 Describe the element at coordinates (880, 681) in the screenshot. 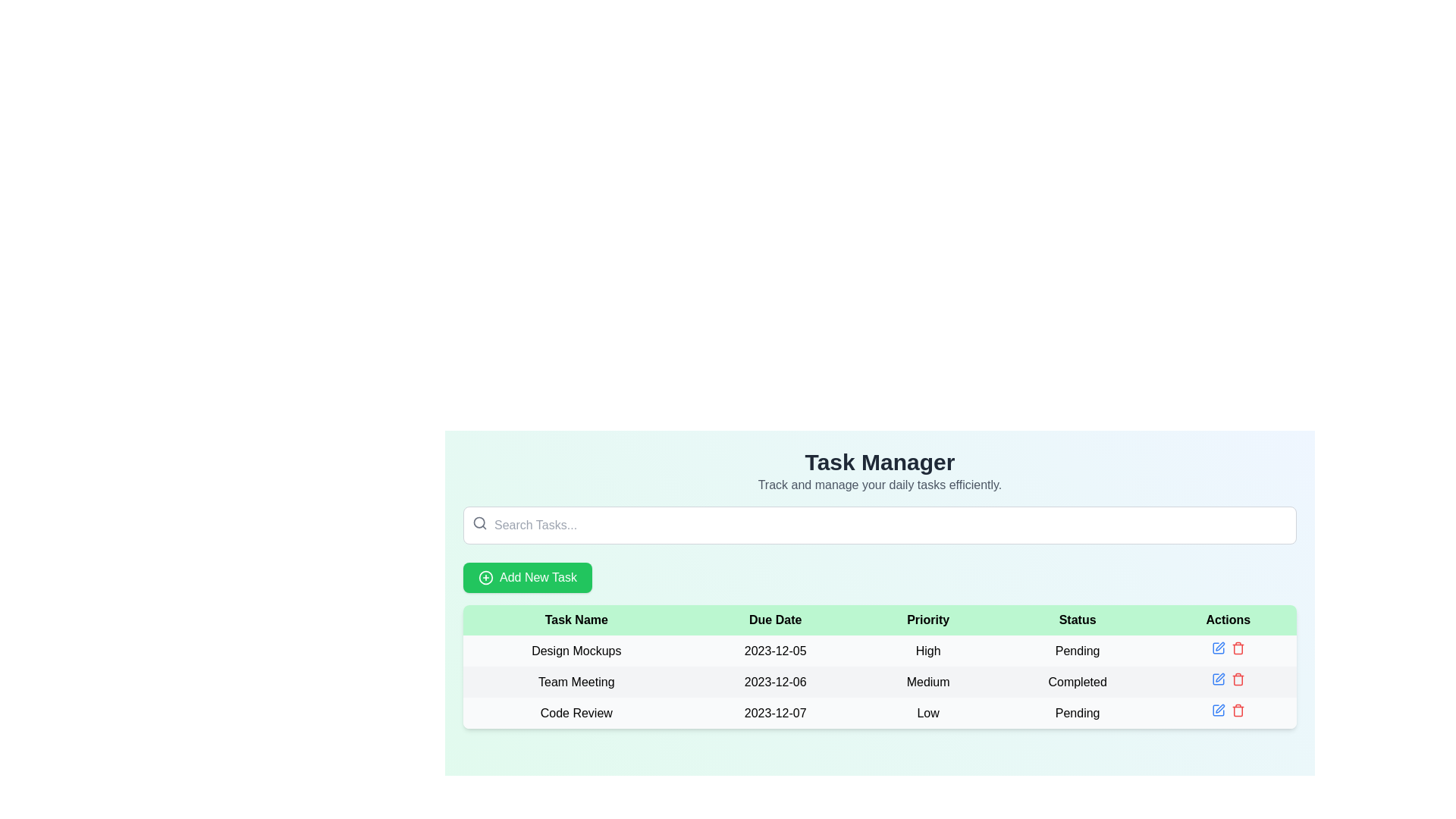

I see `the 'Team Meeting' row in the task table` at that location.